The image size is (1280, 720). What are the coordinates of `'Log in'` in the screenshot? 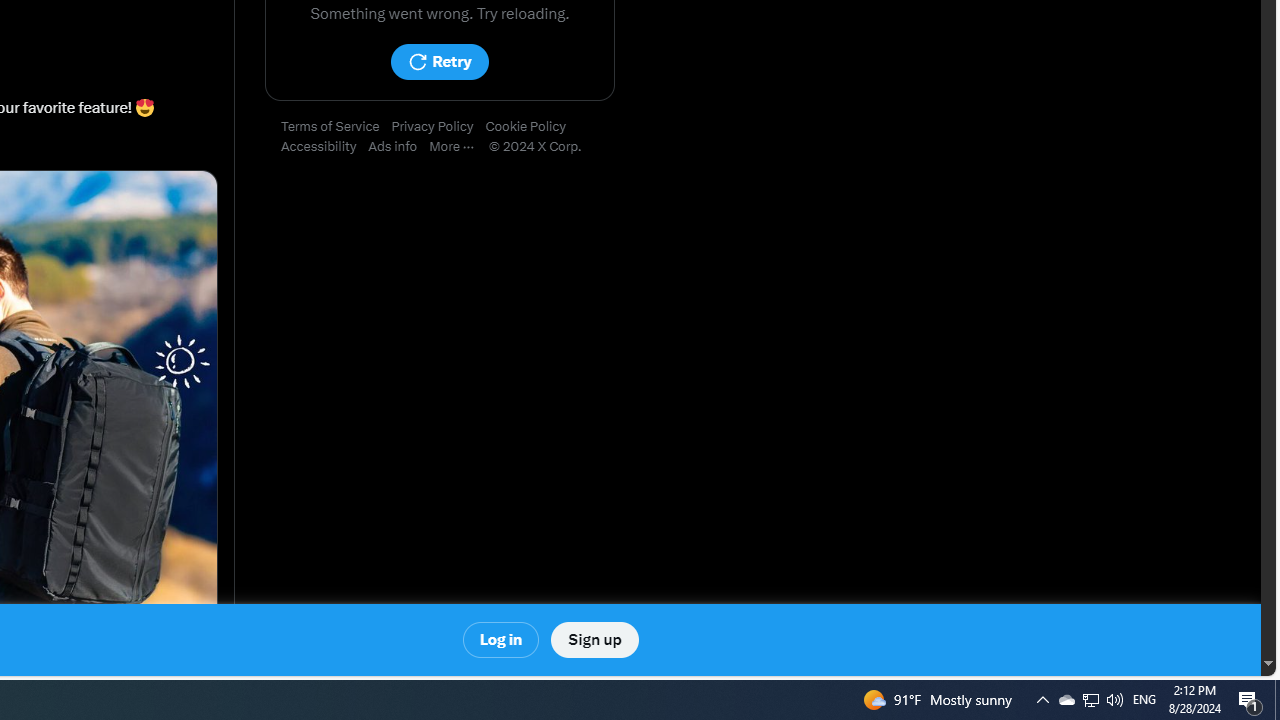 It's located at (501, 640).